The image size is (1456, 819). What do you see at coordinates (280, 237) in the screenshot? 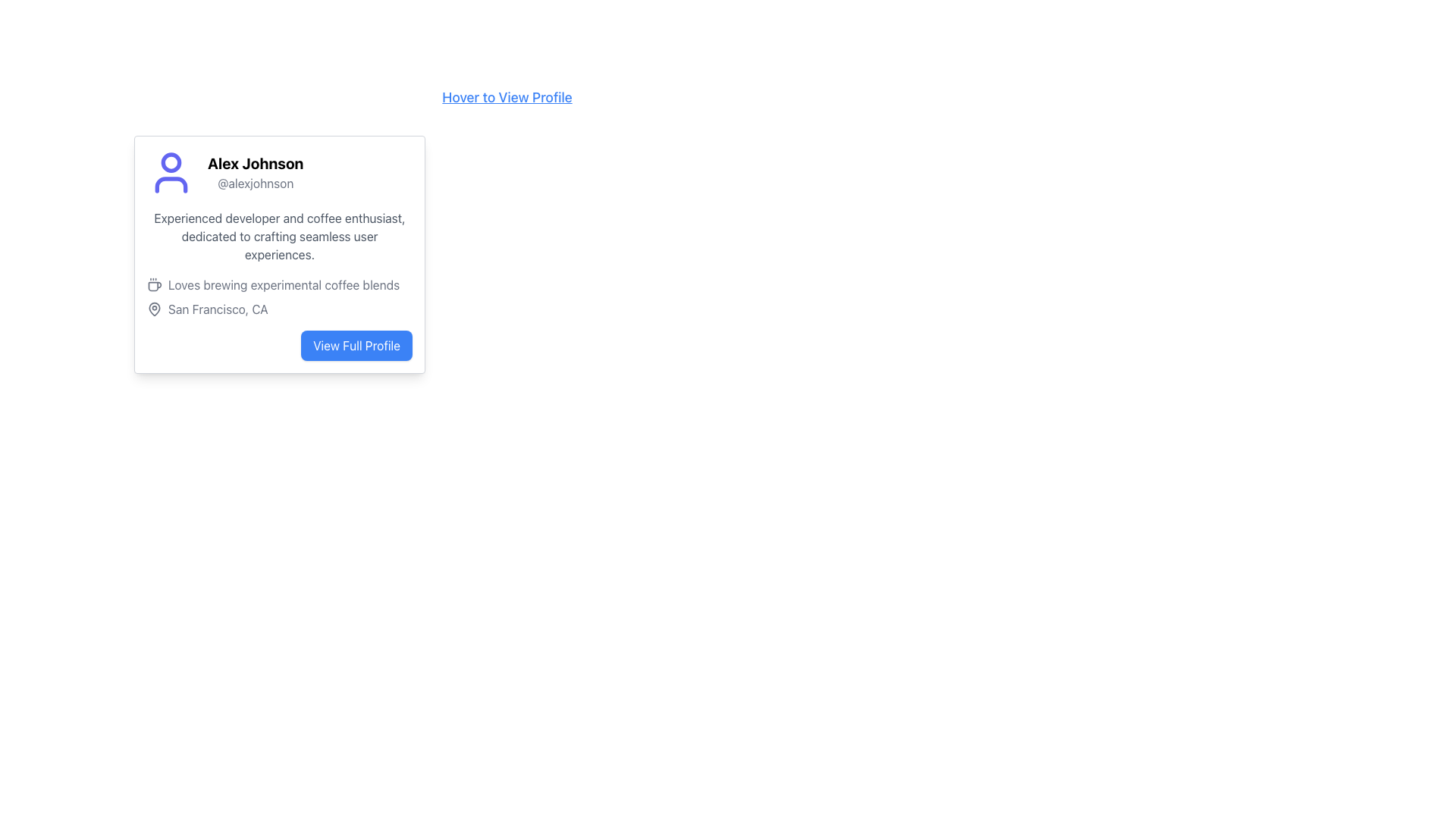
I see `the text content that provides a brief personal description of the user, located beneath 'Alex Johnson' and '@alexjohnson'` at bounding box center [280, 237].